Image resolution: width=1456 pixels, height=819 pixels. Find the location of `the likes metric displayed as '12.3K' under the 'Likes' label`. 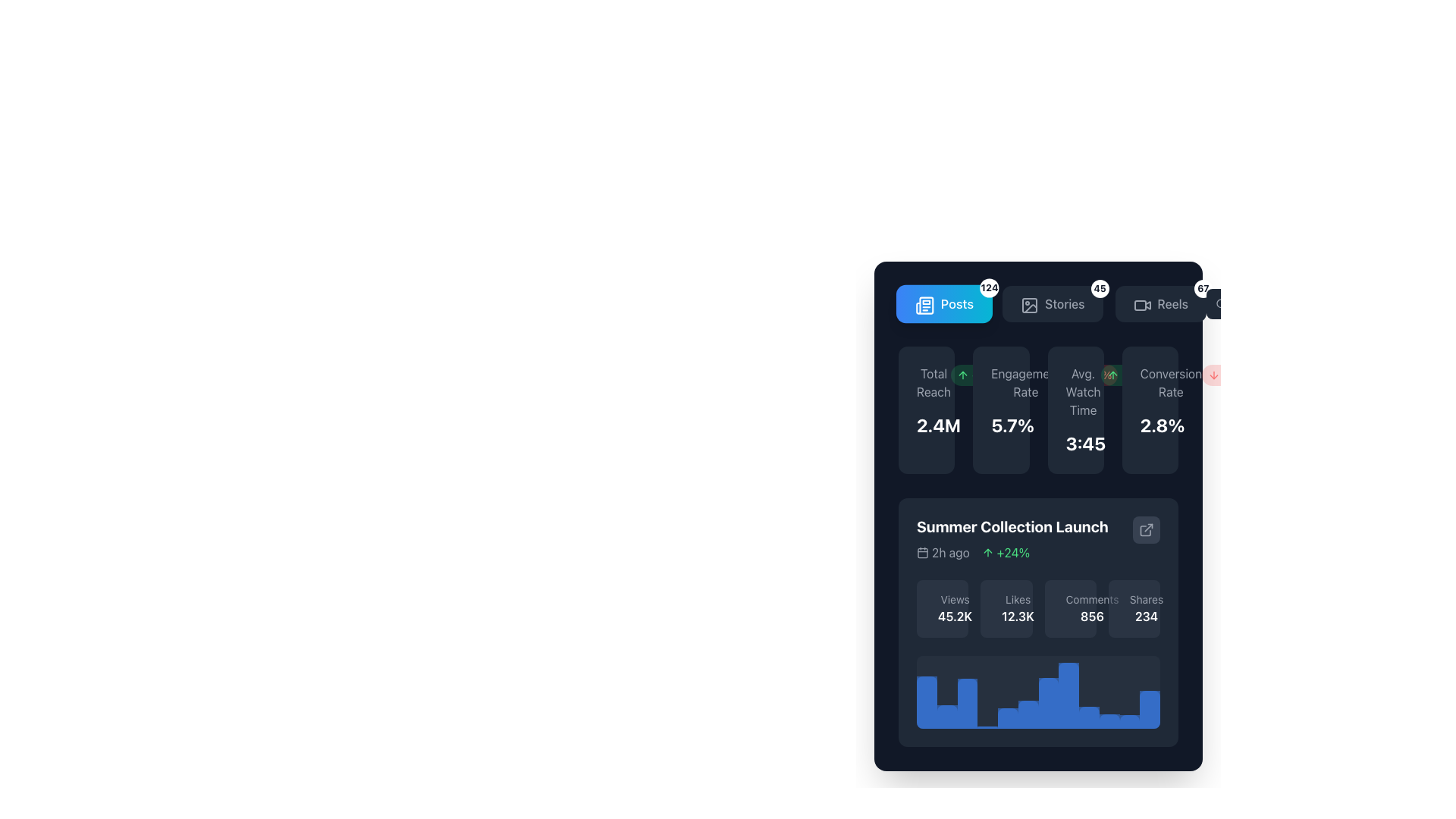

the likes metric displayed as '12.3K' under the 'Likes' label is located at coordinates (1018, 617).